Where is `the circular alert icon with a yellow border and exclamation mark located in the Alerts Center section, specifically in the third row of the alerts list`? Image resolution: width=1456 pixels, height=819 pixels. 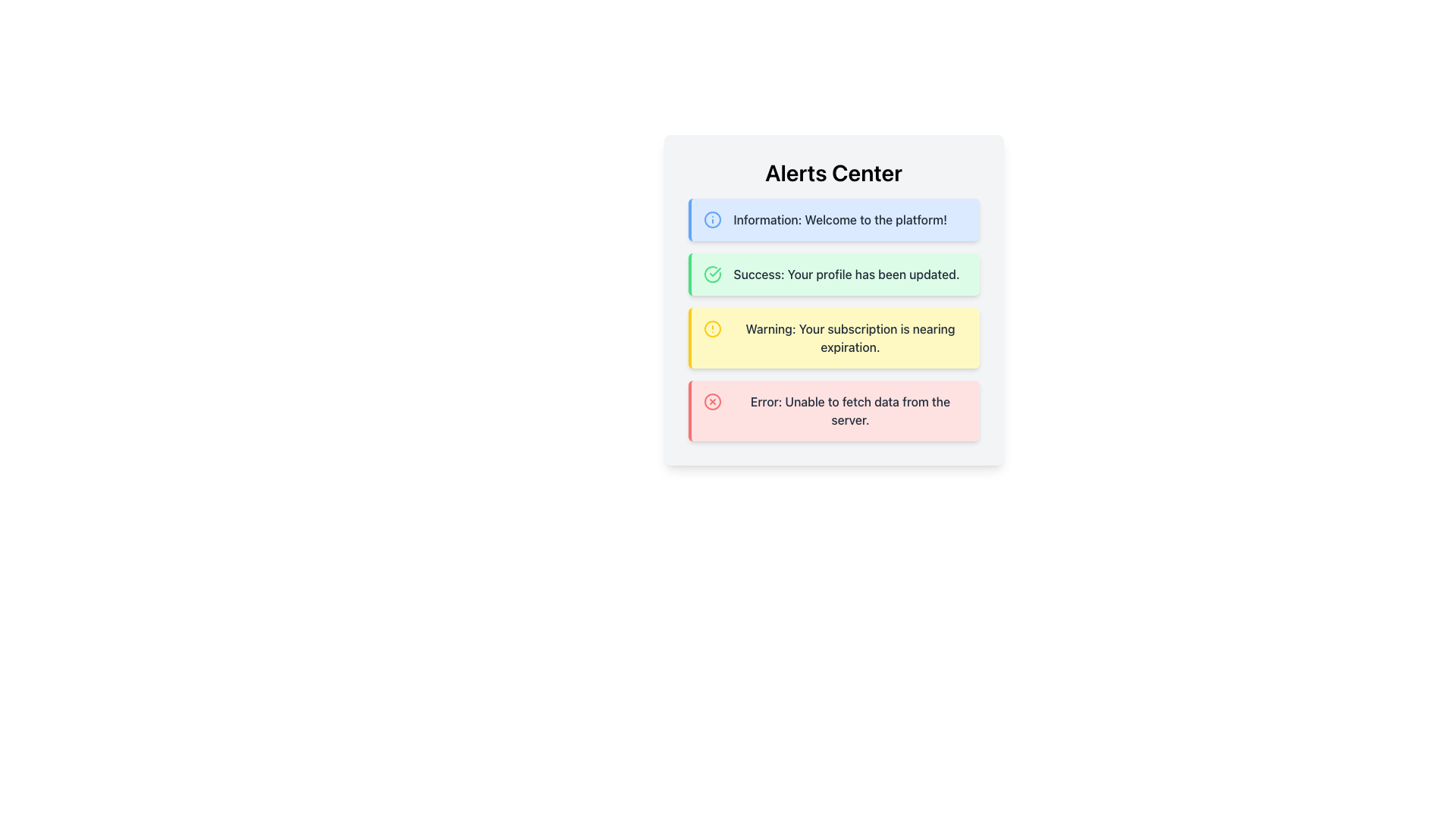
the circular alert icon with a yellow border and exclamation mark located in the Alerts Center section, specifically in the third row of the alerts list is located at coordinates (711, 328).